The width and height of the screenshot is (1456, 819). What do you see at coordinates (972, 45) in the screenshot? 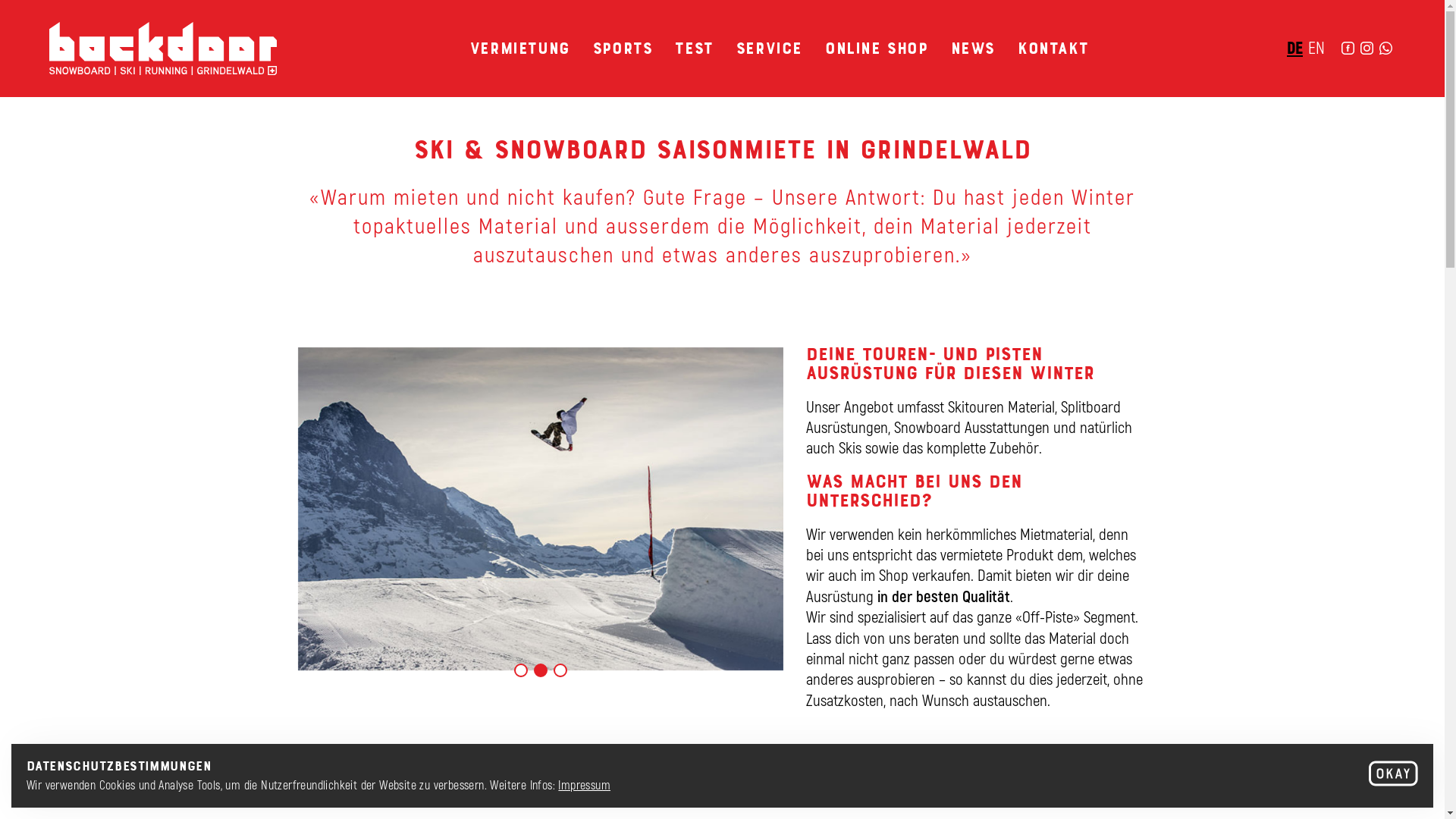
I see `'News'` at bounding box center [972, 45].